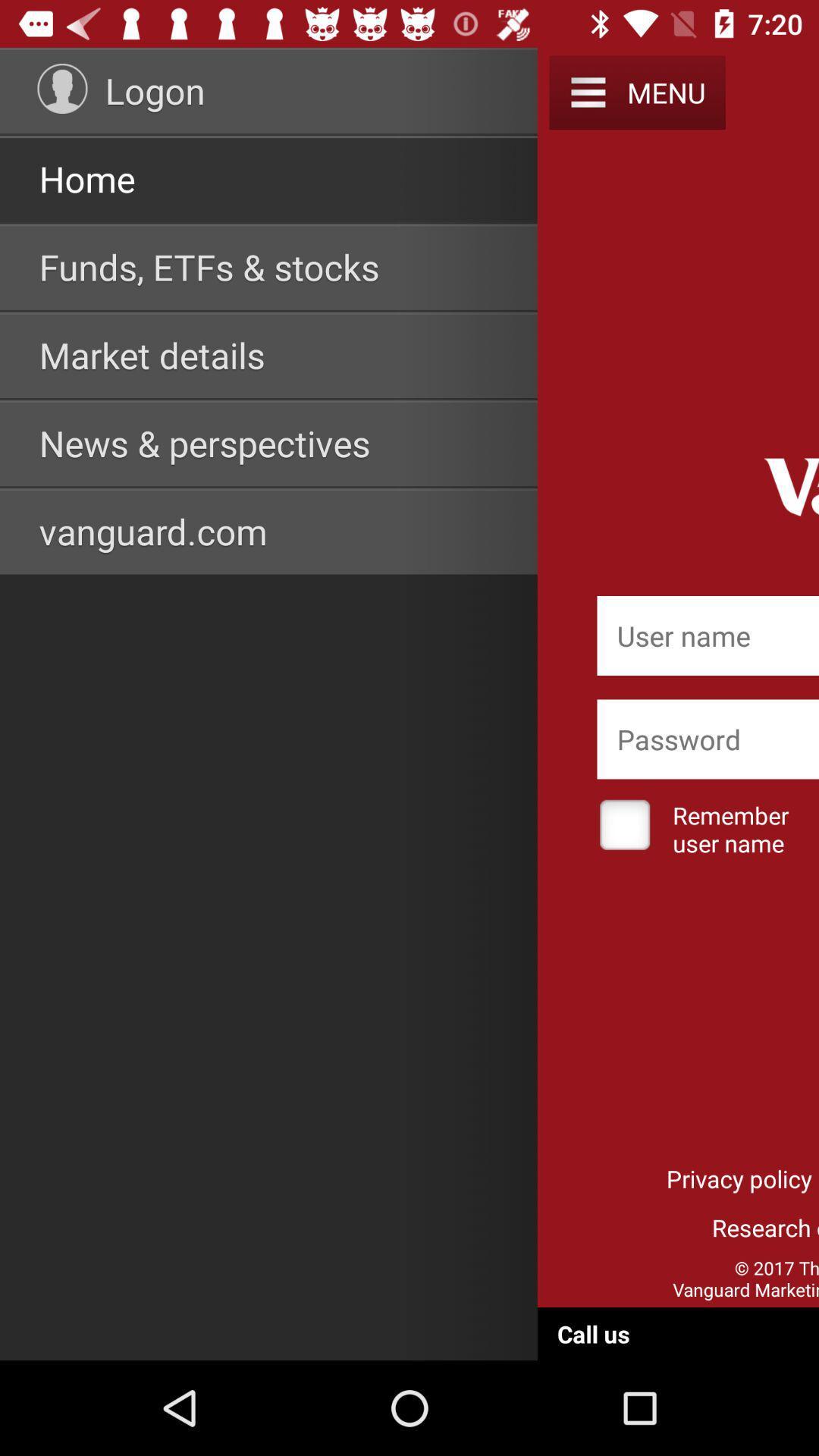 The width and height of the screenshot is (819, 1456). Describe the element at coordinates (593, 1333) in the screenshot. I see `call us at the bottom of the page` at that location.